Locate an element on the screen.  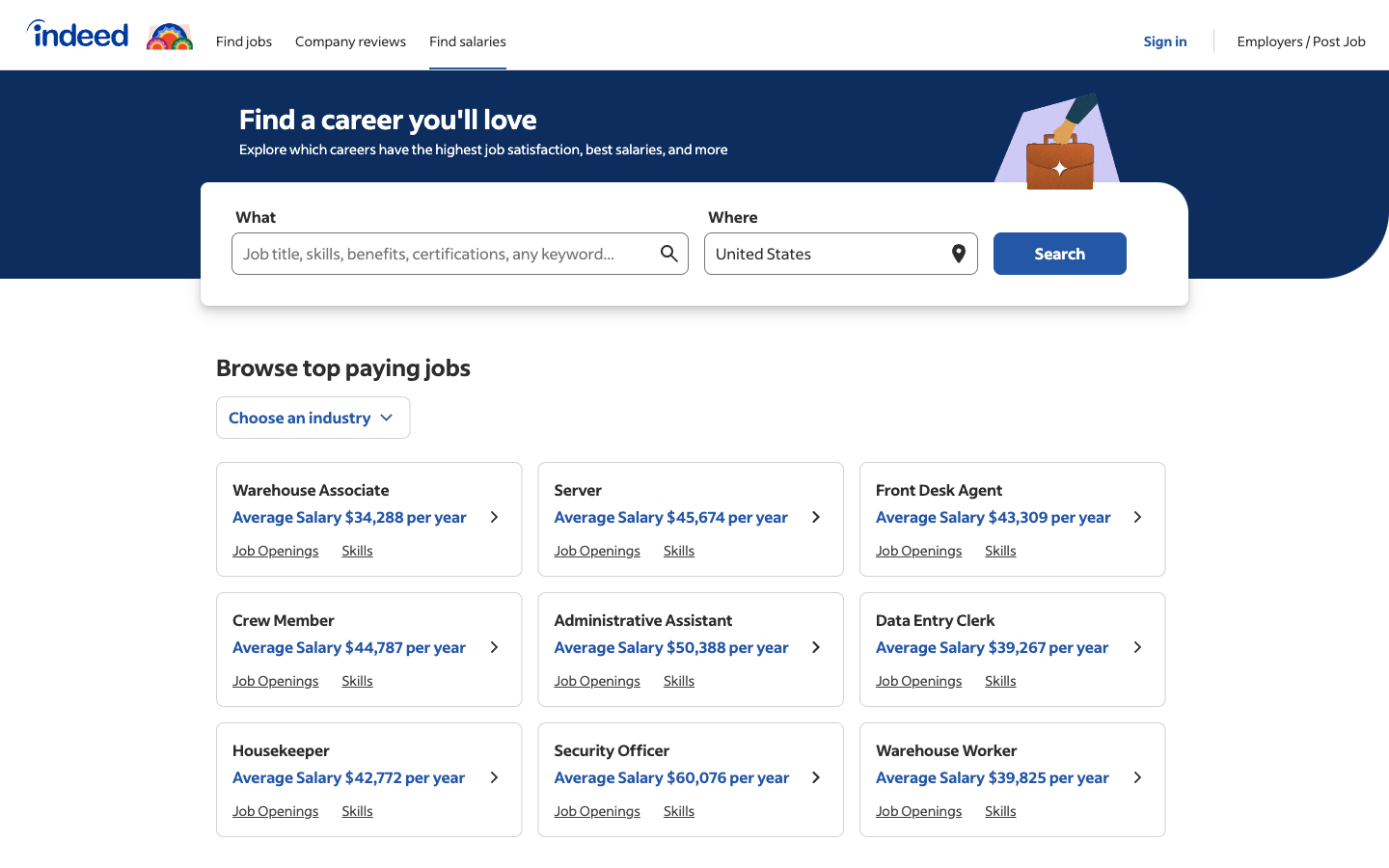
more information about the role of a "Front Desk Agent is located at coordinates (1136, 518).